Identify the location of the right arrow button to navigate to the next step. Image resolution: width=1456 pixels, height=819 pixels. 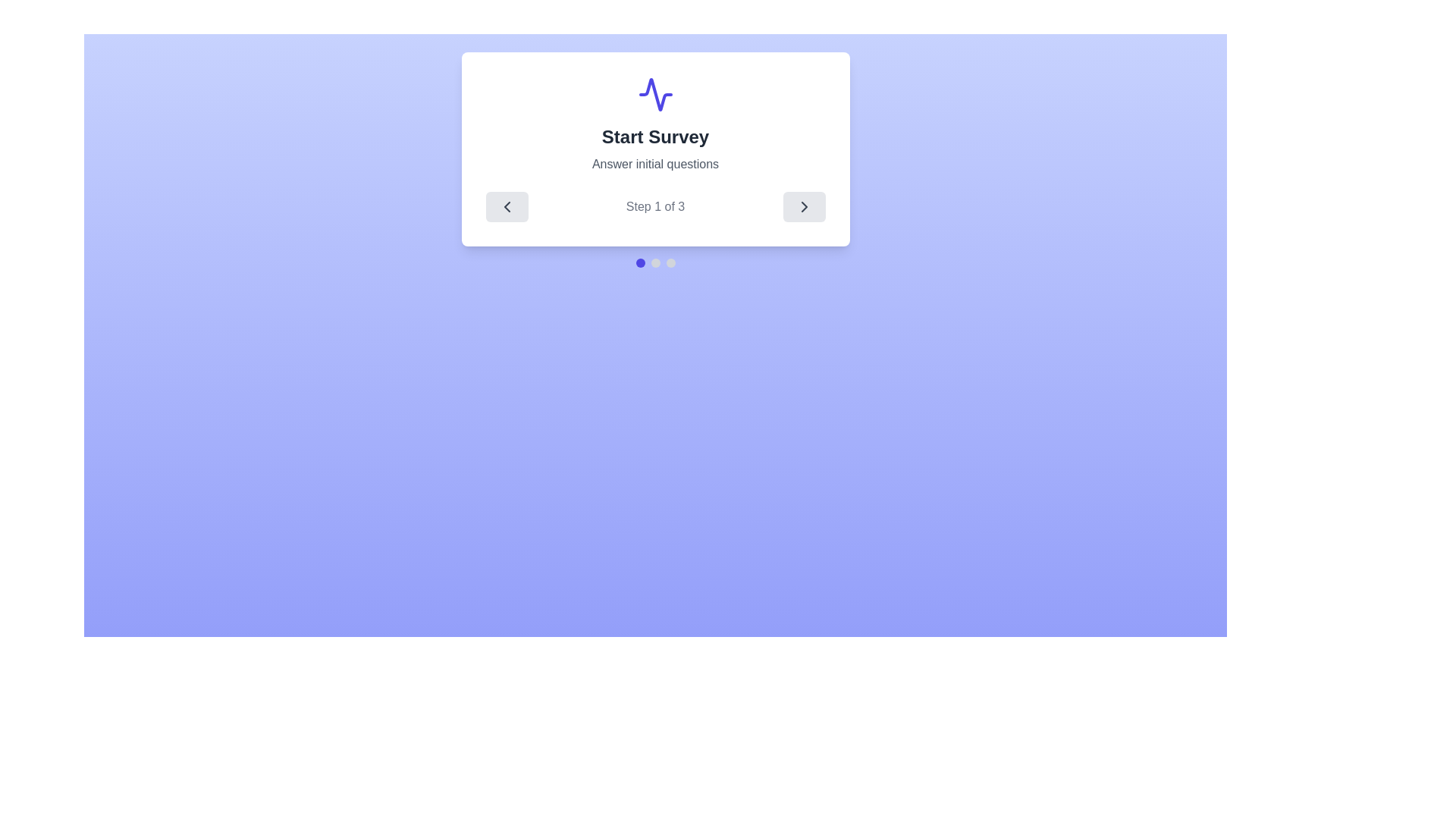
(803, 207).